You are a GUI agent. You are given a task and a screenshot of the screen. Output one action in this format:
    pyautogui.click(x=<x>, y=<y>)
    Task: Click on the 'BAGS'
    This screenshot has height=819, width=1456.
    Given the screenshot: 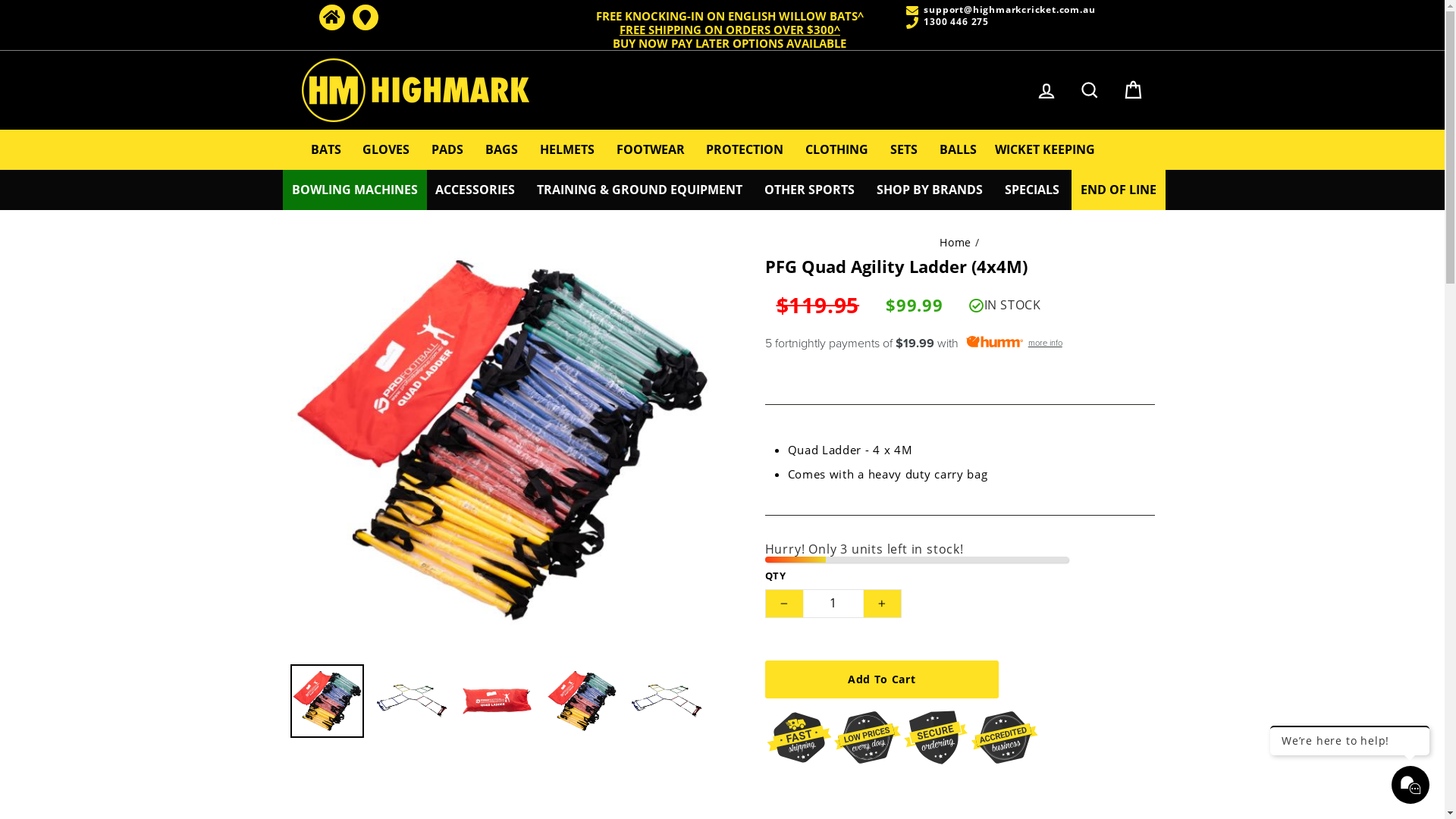 What is the action you would take?
    pyautogui.click(x=501, y=149)
    